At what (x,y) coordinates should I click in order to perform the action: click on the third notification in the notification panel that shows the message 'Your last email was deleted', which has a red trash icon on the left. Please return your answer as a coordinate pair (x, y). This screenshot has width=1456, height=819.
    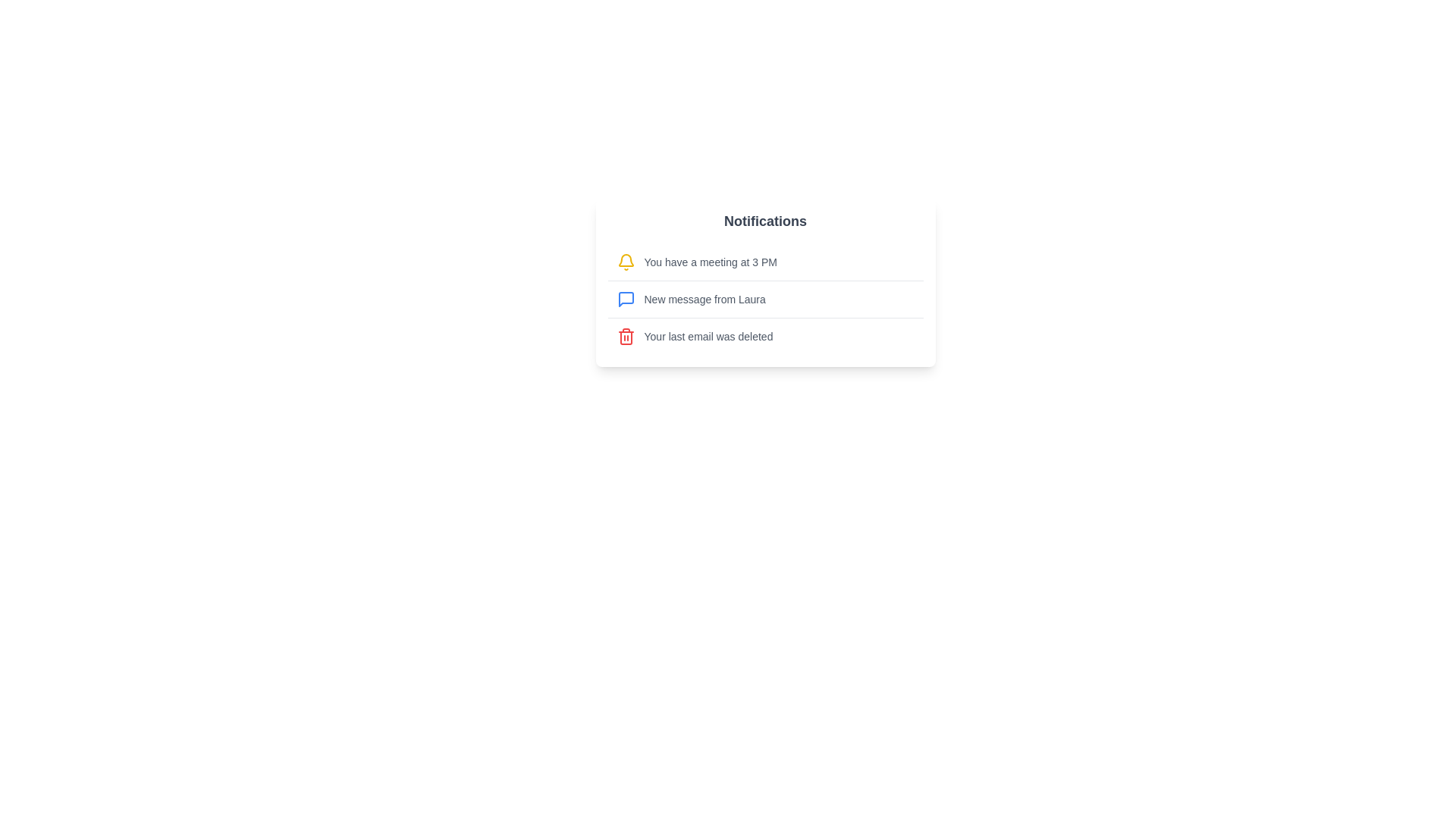
    Looking at the image, I should click on (765, 335).